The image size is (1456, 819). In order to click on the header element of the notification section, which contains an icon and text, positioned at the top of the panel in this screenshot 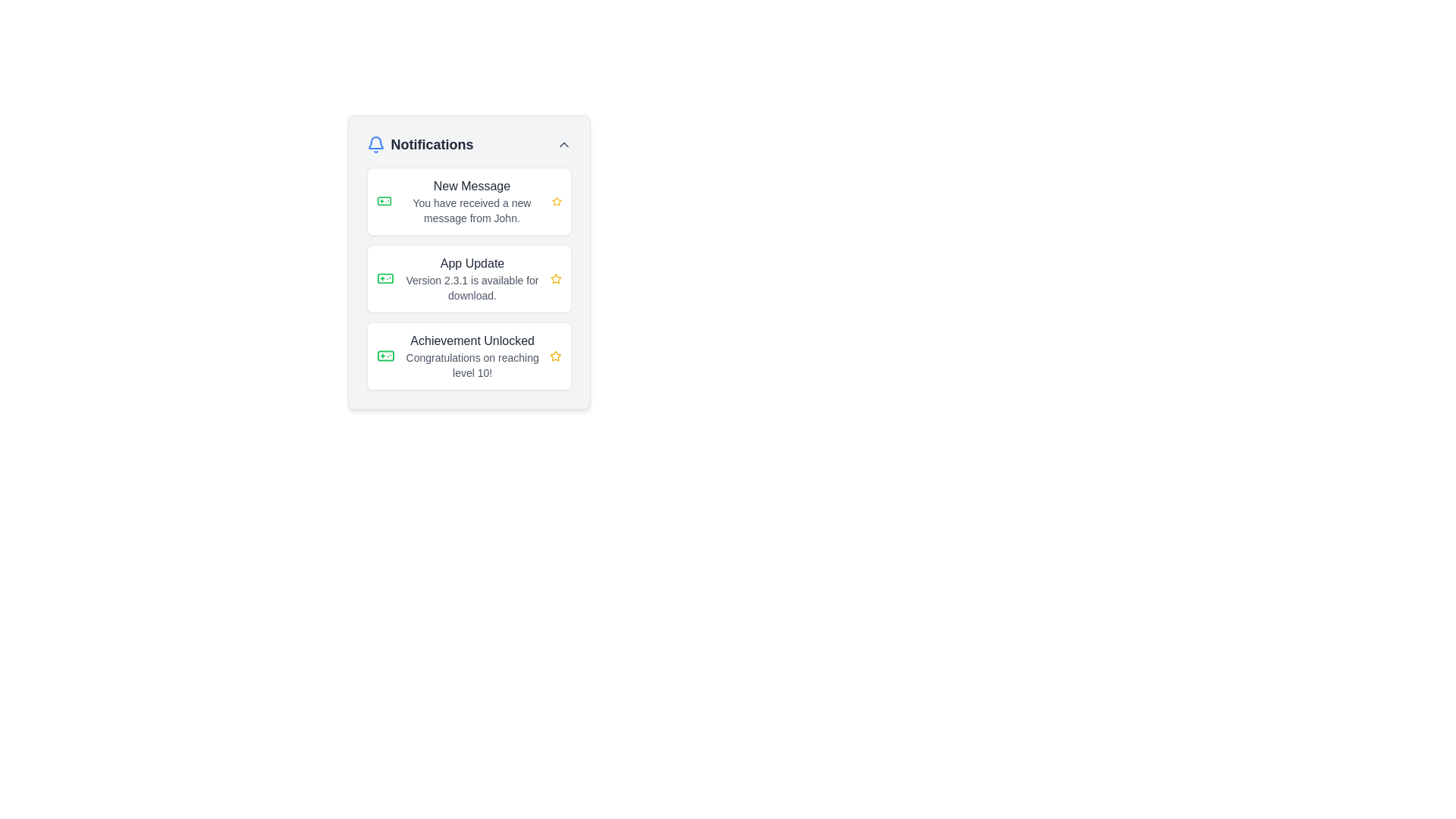, I will do `click(419, 145)`.